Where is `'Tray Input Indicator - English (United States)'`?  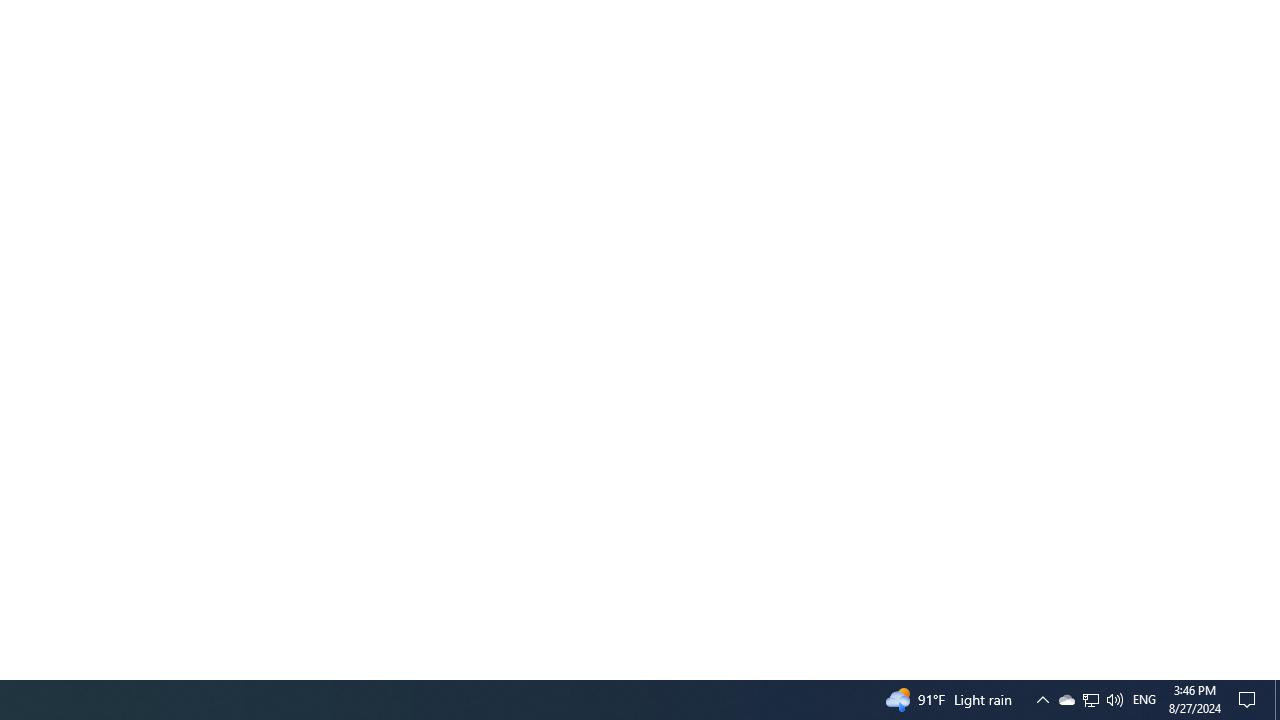 'Tray Input Indicator - English (United States)' is located at coordinates (1090, 698).